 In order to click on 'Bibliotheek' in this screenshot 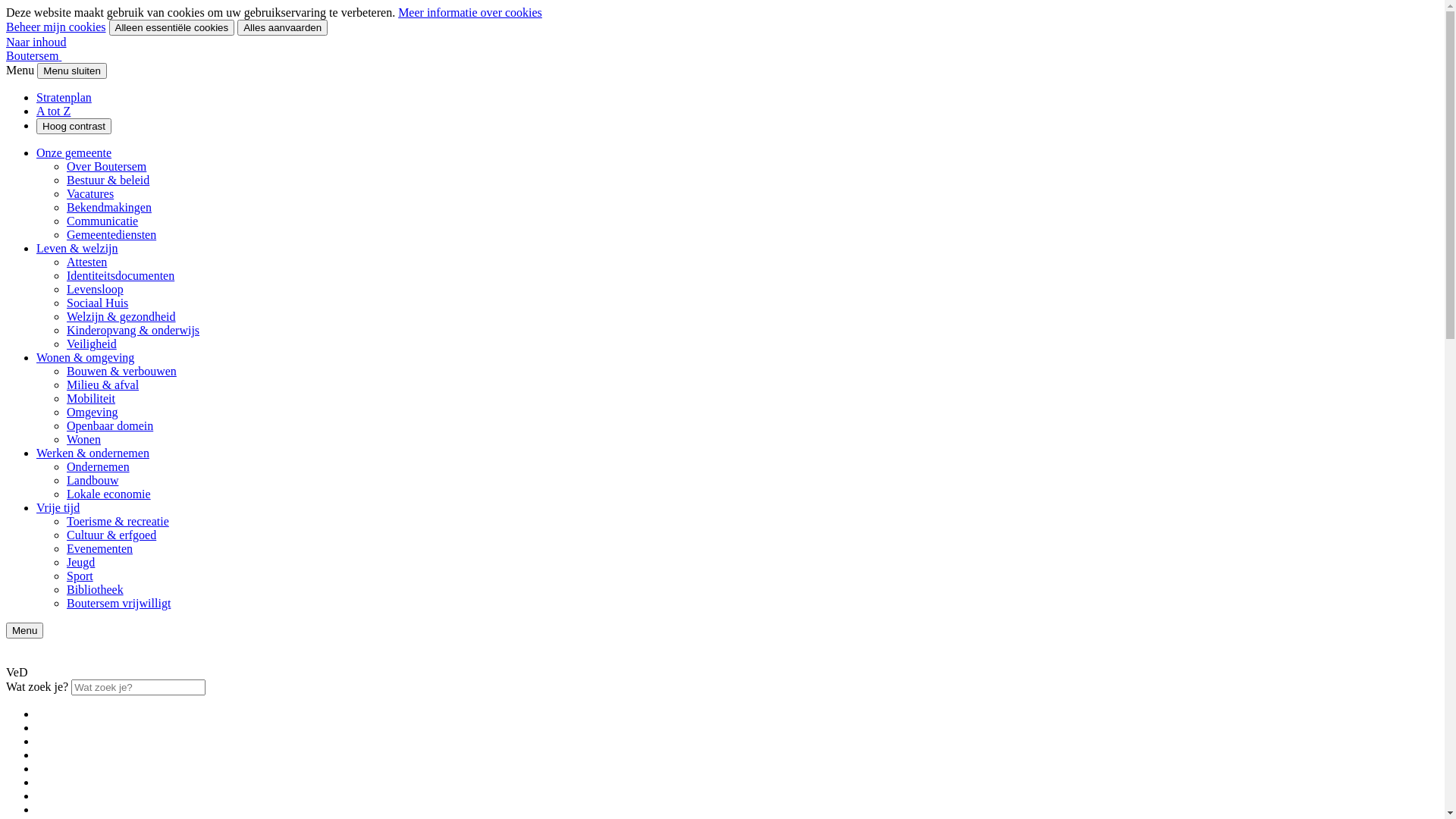, I will do `click(94, 588)`.